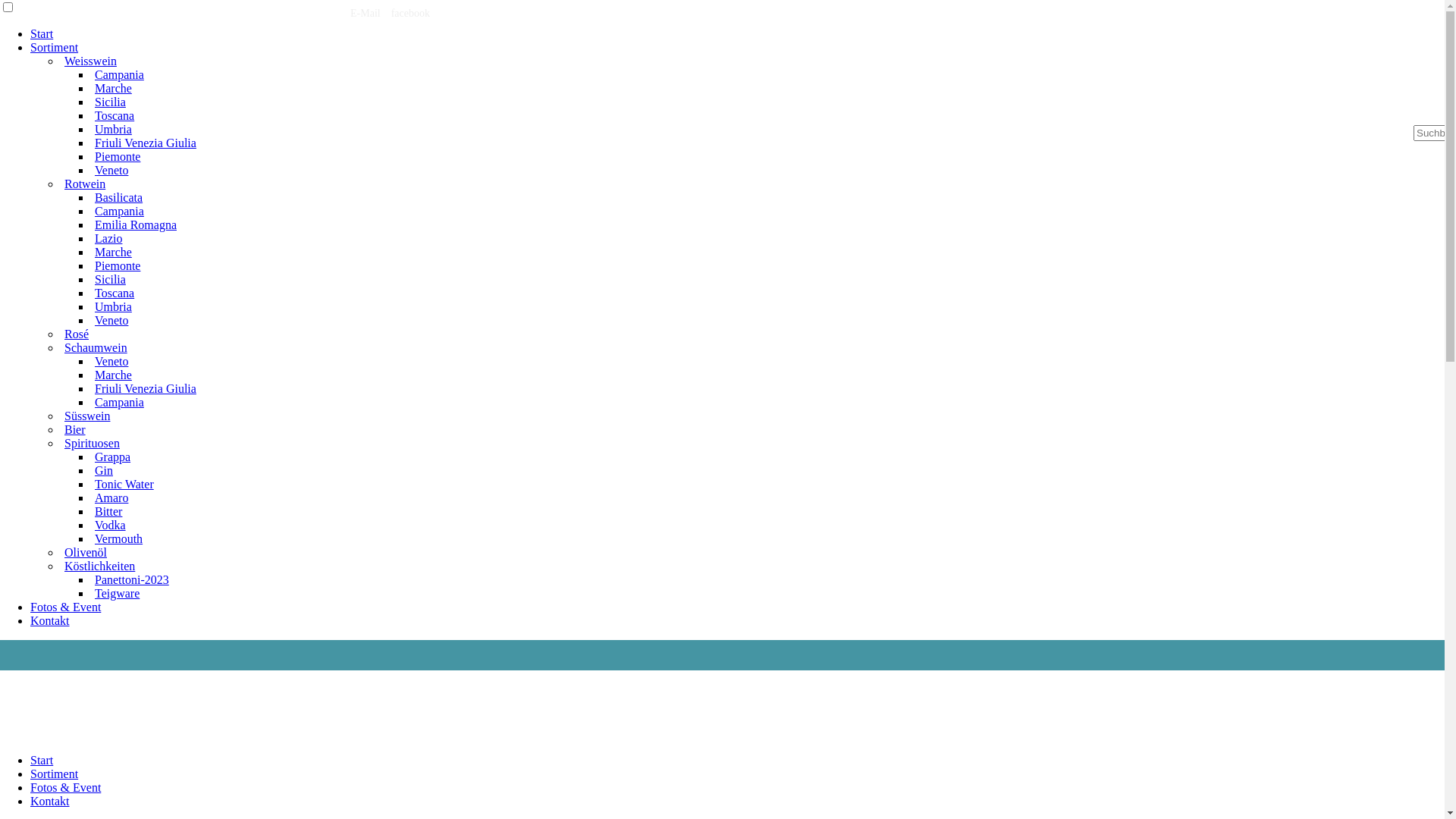 The height and width of the screenshot is (819, 1456). I want to click on 'Kontakt', so click(50, 800).